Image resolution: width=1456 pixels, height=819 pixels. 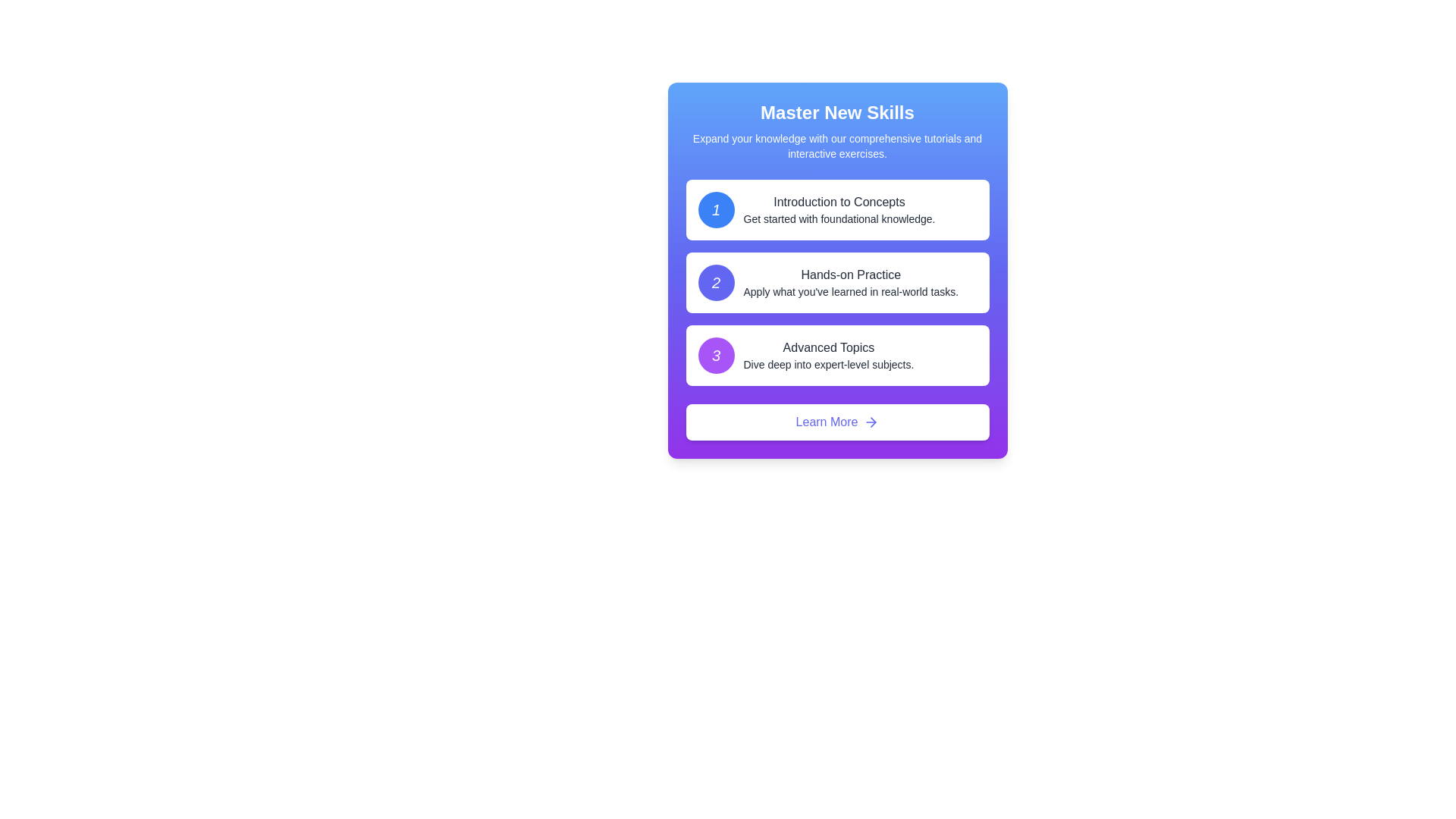 I want to click on the text display element labeled 'Introduction to Concepts', which is the first element in a vertically stacked list inside a panel with a blue gradient header, so click(x=838, y=210).